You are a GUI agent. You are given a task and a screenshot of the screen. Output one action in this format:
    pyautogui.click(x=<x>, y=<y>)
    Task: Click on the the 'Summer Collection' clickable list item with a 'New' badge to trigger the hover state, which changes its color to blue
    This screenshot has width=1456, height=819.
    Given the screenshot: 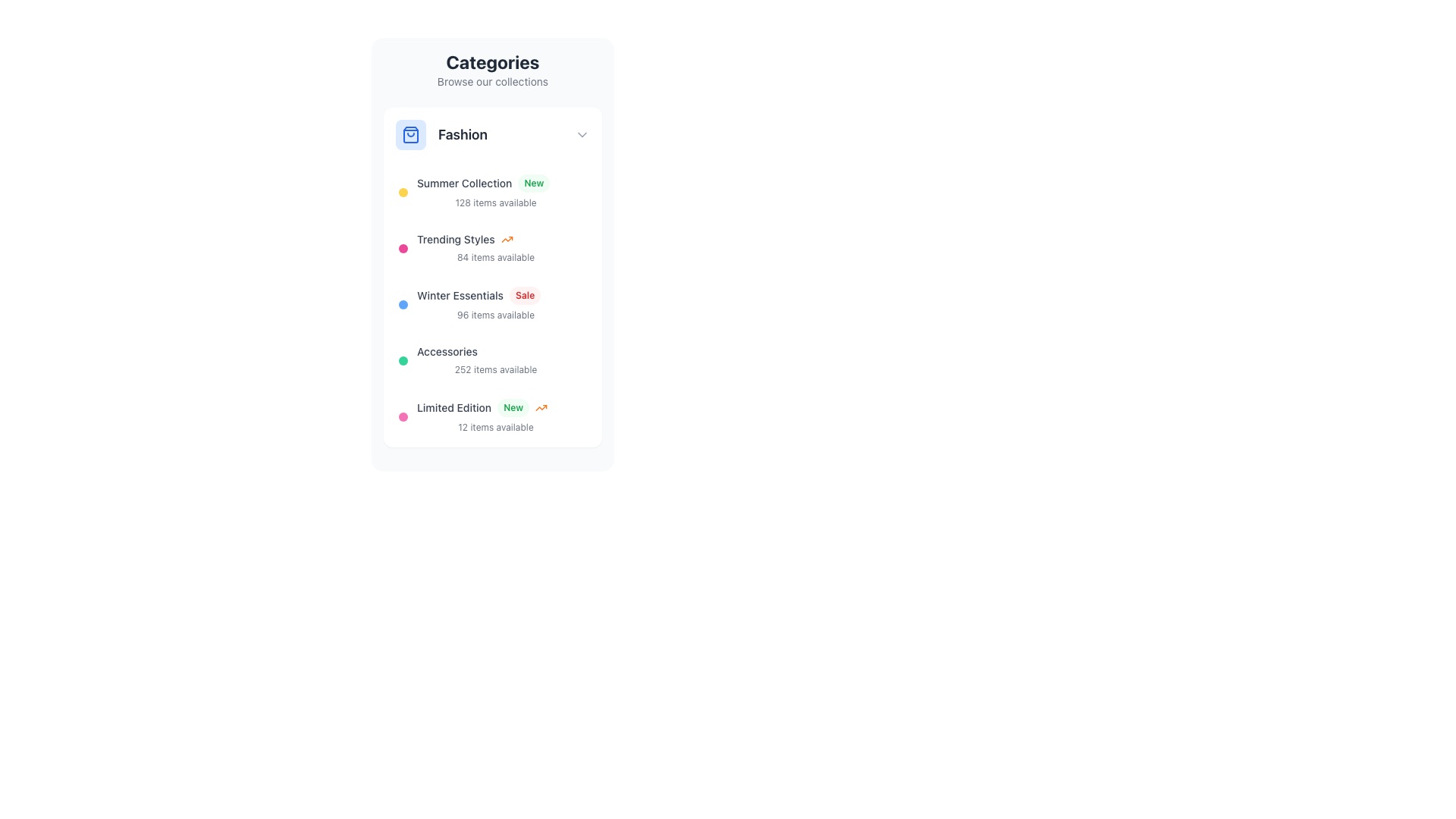 What is the action you would take?
    pyautogui.click(x=495, y=183)
    